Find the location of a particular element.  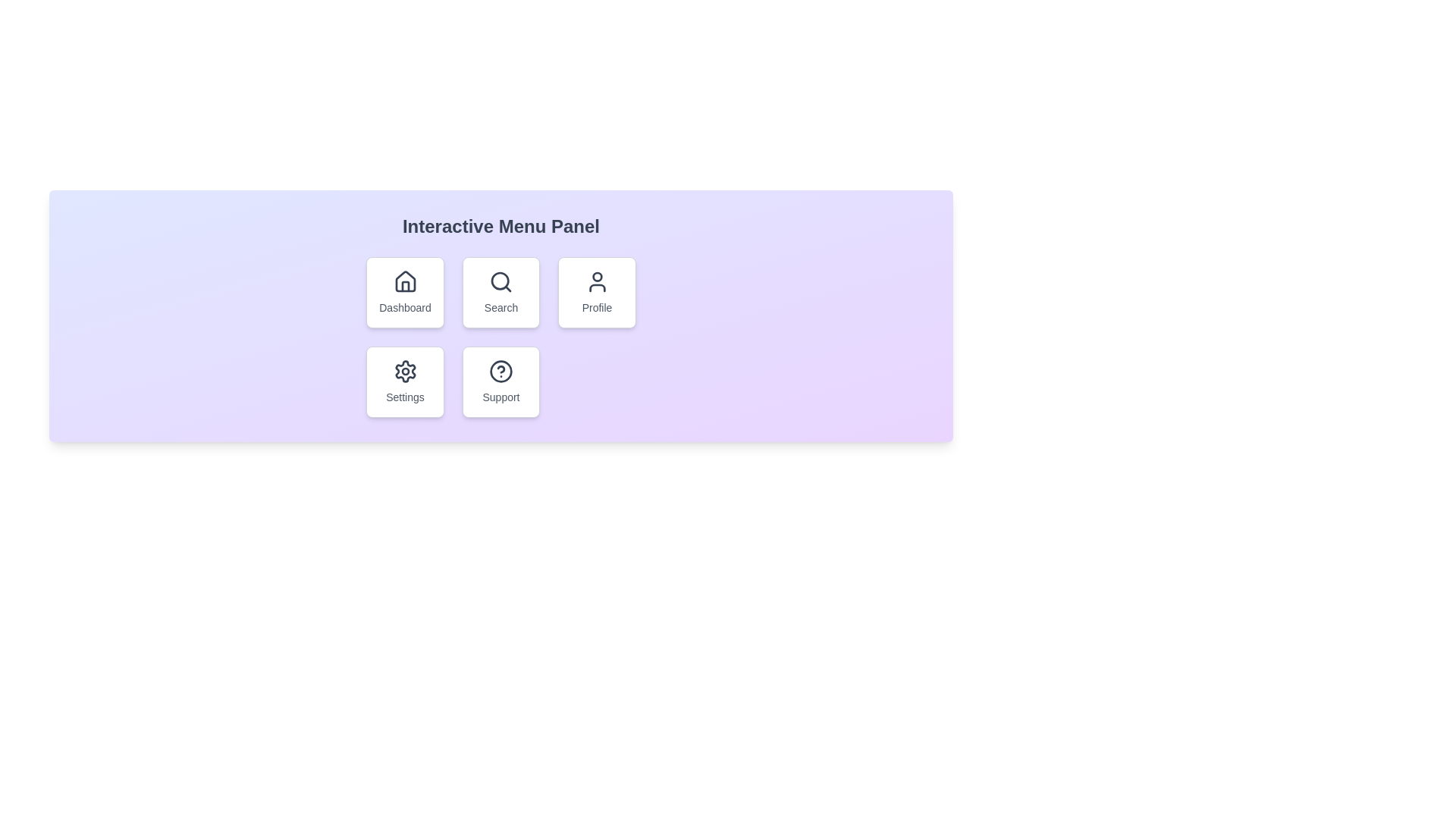

the circular SVG element that is part of the user icon within the 'Profile' button, located in the top-right quadrant of the interactive menu panel is located at coordinates (596, 277).